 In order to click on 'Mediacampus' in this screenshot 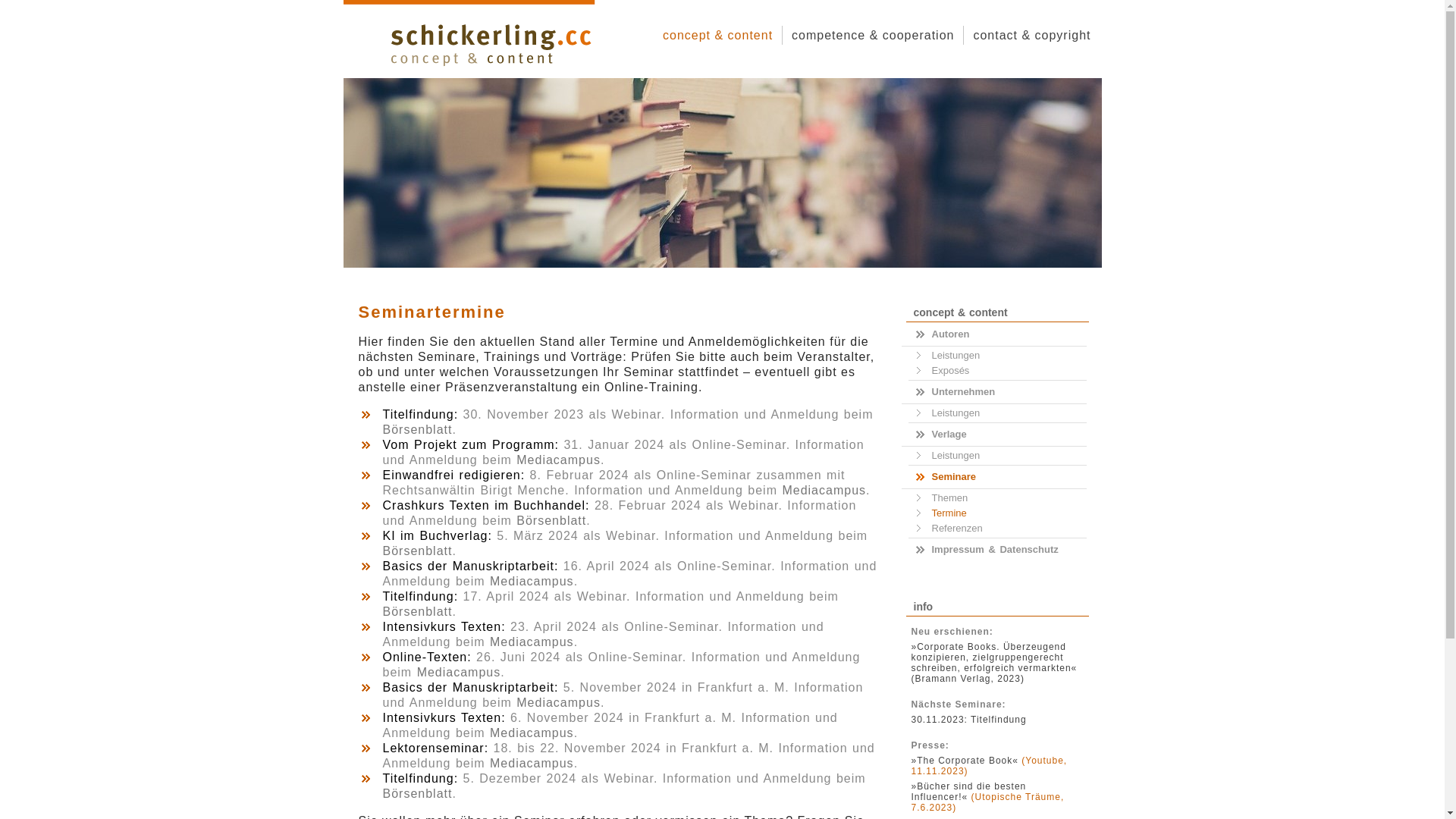, I will do `click(532, 642)`.